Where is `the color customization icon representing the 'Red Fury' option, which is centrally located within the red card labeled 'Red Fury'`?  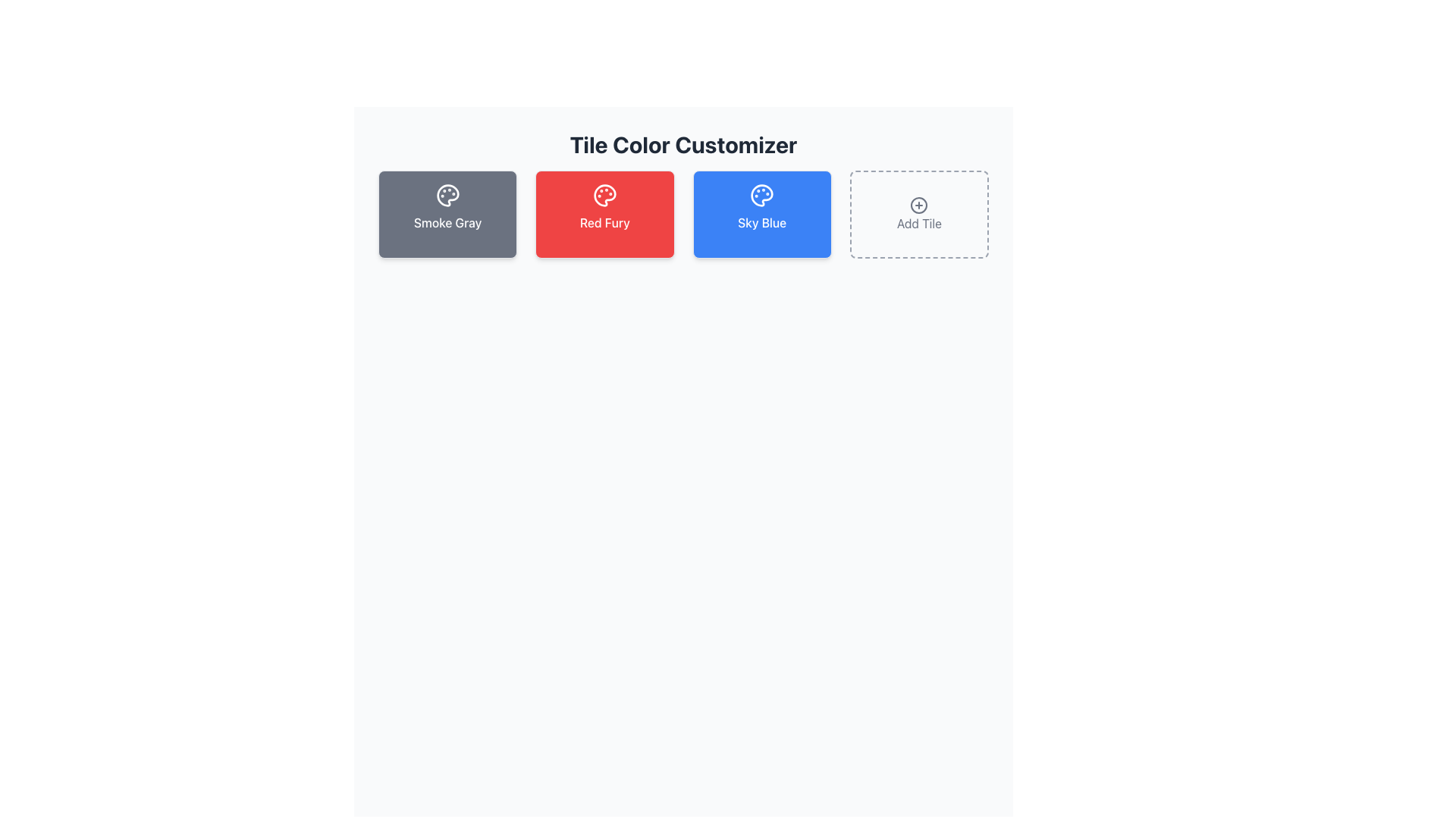 the color customization icon representing the 'Red Fury' option, which is centrally located within the red card labeled 'Red Fury' is located at coordinates (604, 195).